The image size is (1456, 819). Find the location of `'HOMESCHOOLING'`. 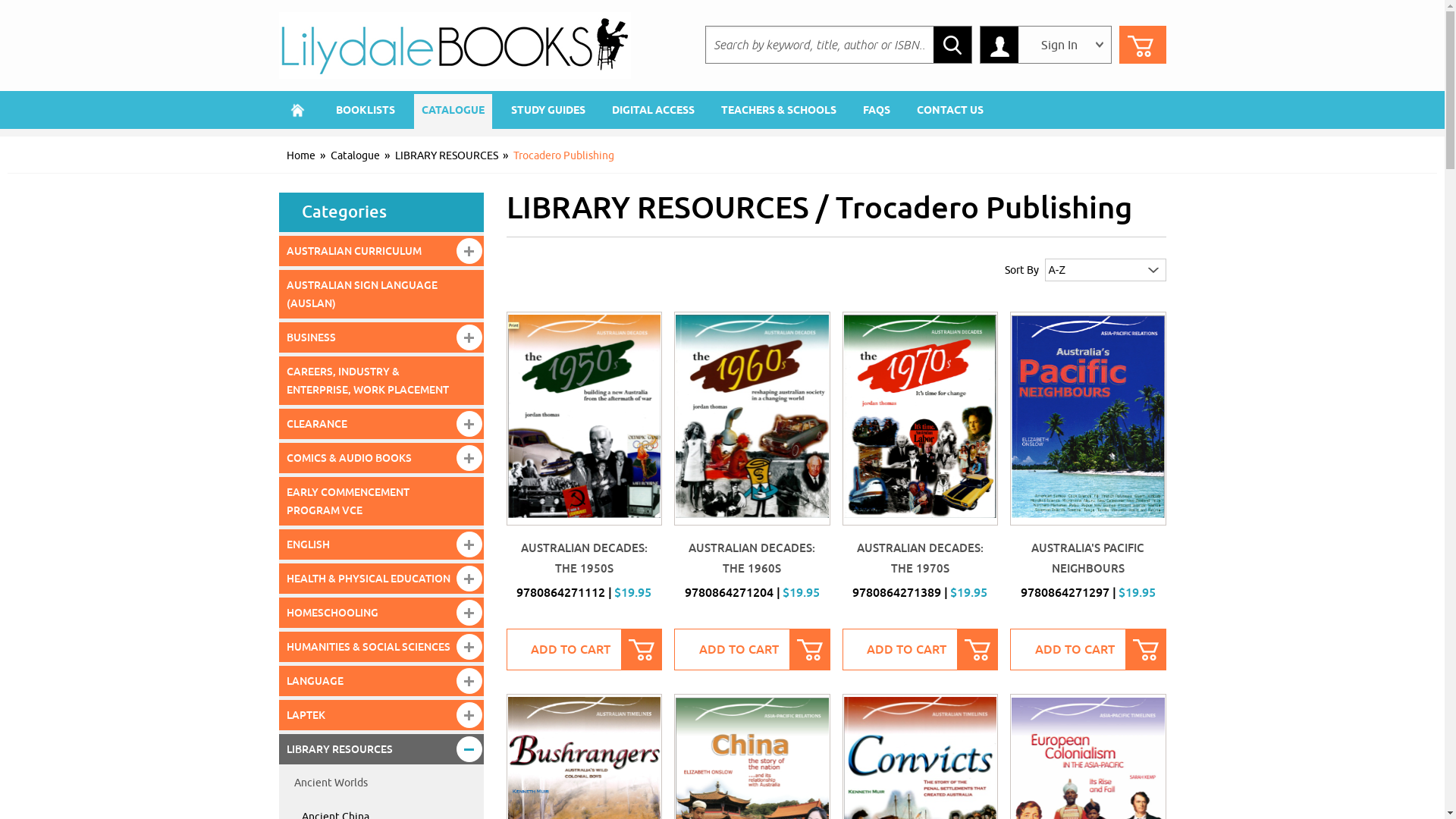

'HOMESCHOOLING' is located at coordinates (381, 611).